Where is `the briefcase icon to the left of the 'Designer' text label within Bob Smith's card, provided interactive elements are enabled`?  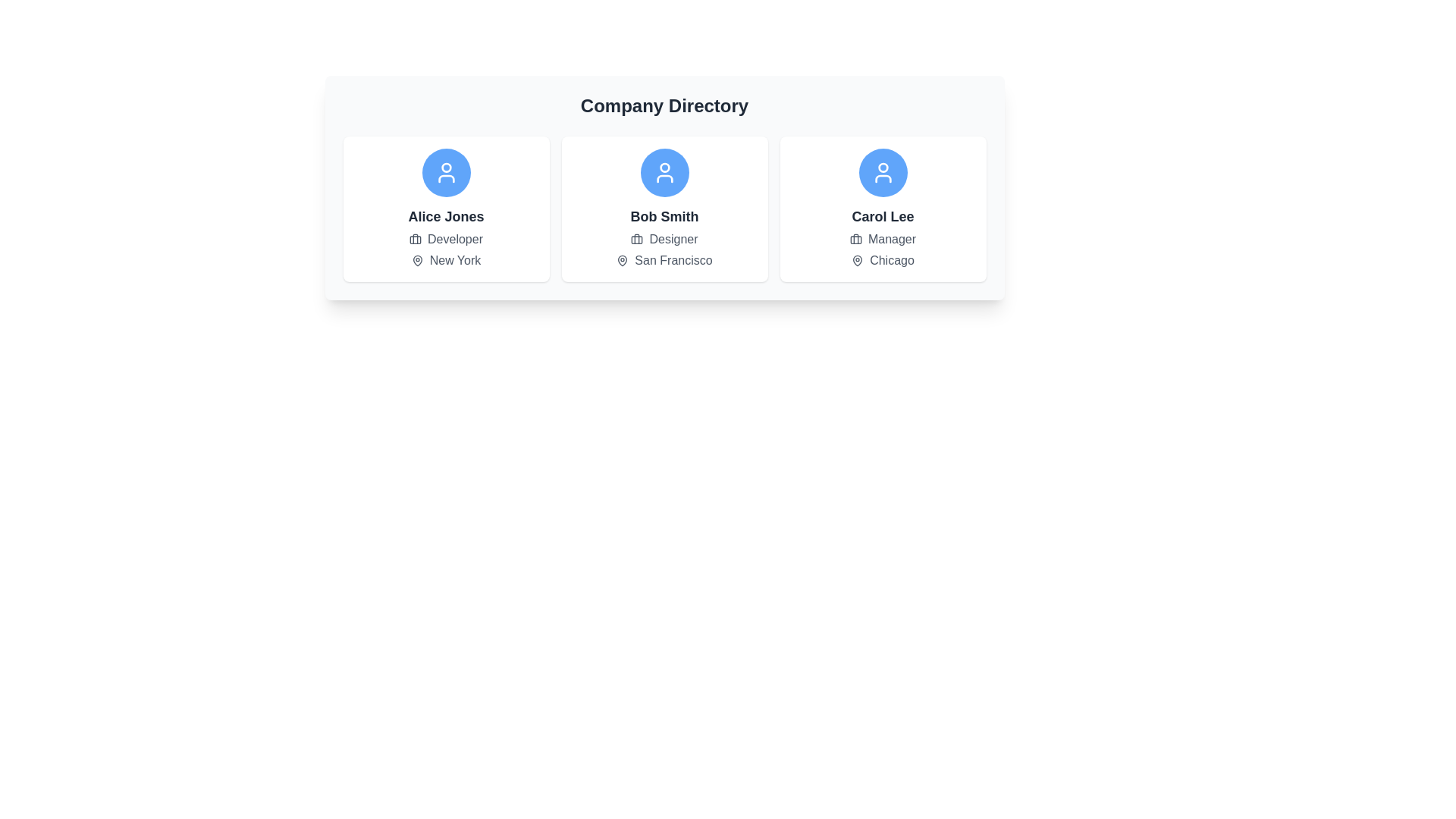 the briefcase icon to the left of the 'Designer' text label within Bob Smith's card, provided interactive elements are enabled is located at coordinates (664, 239).